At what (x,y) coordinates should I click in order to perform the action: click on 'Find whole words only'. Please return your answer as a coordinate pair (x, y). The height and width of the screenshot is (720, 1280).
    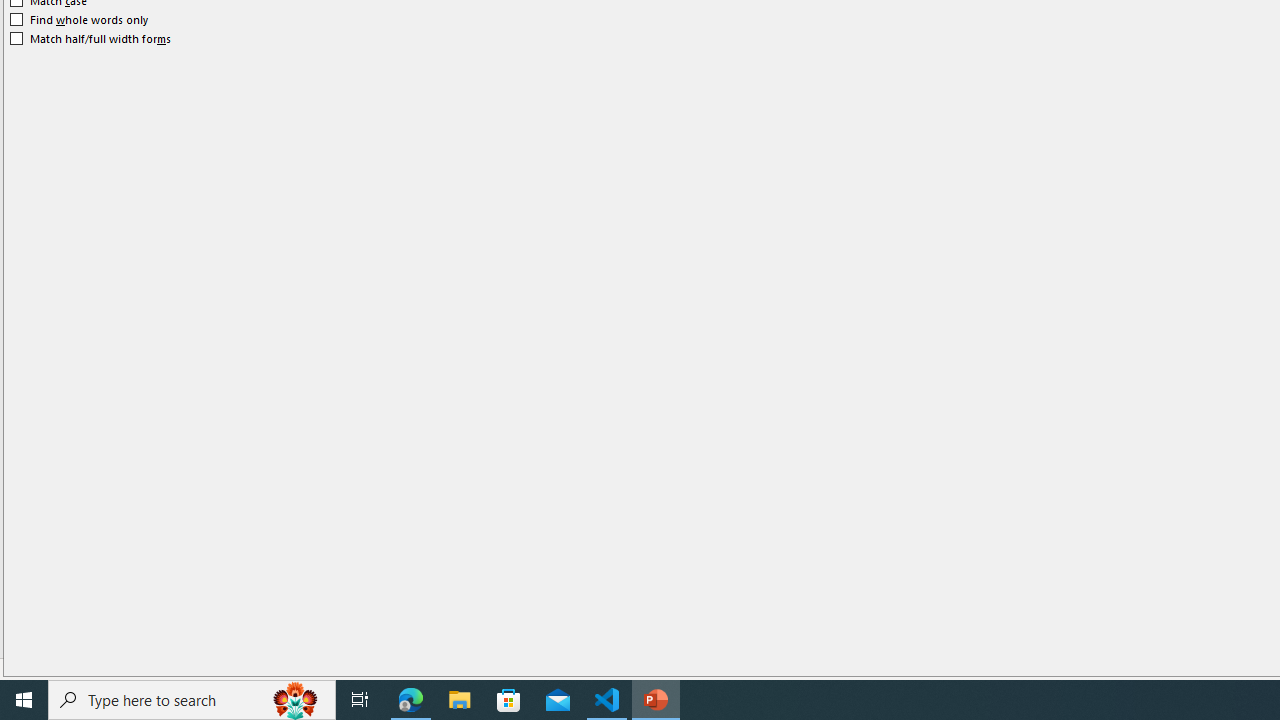
    Looking at the image, I should click on (80, 20).